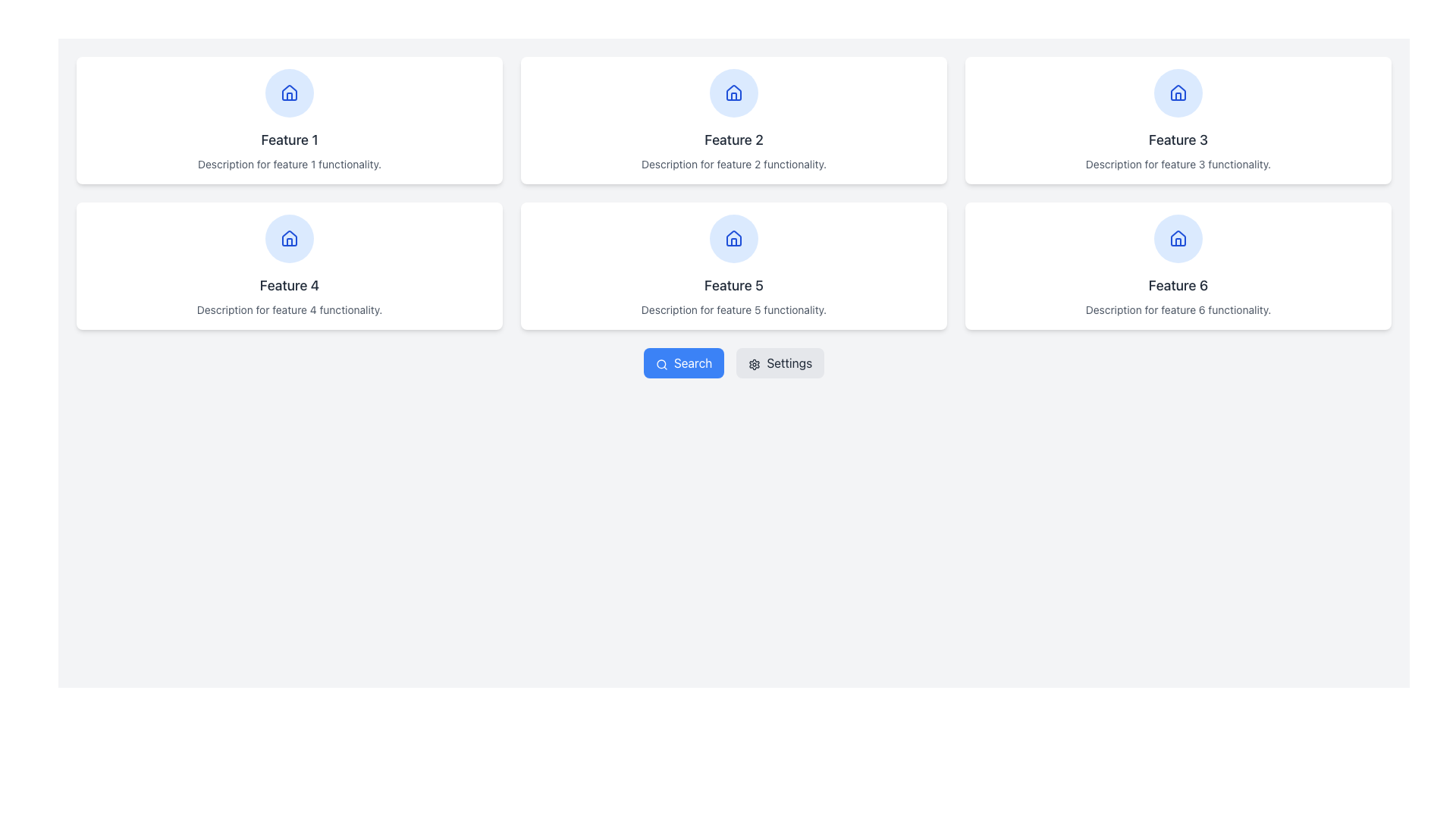 This screenshot has height=819, width=1456. I want to click on the circular icon with a light blue background and a blue home symbol located at the top center of the panel labeled 'Feature 4', so click(290, 239).